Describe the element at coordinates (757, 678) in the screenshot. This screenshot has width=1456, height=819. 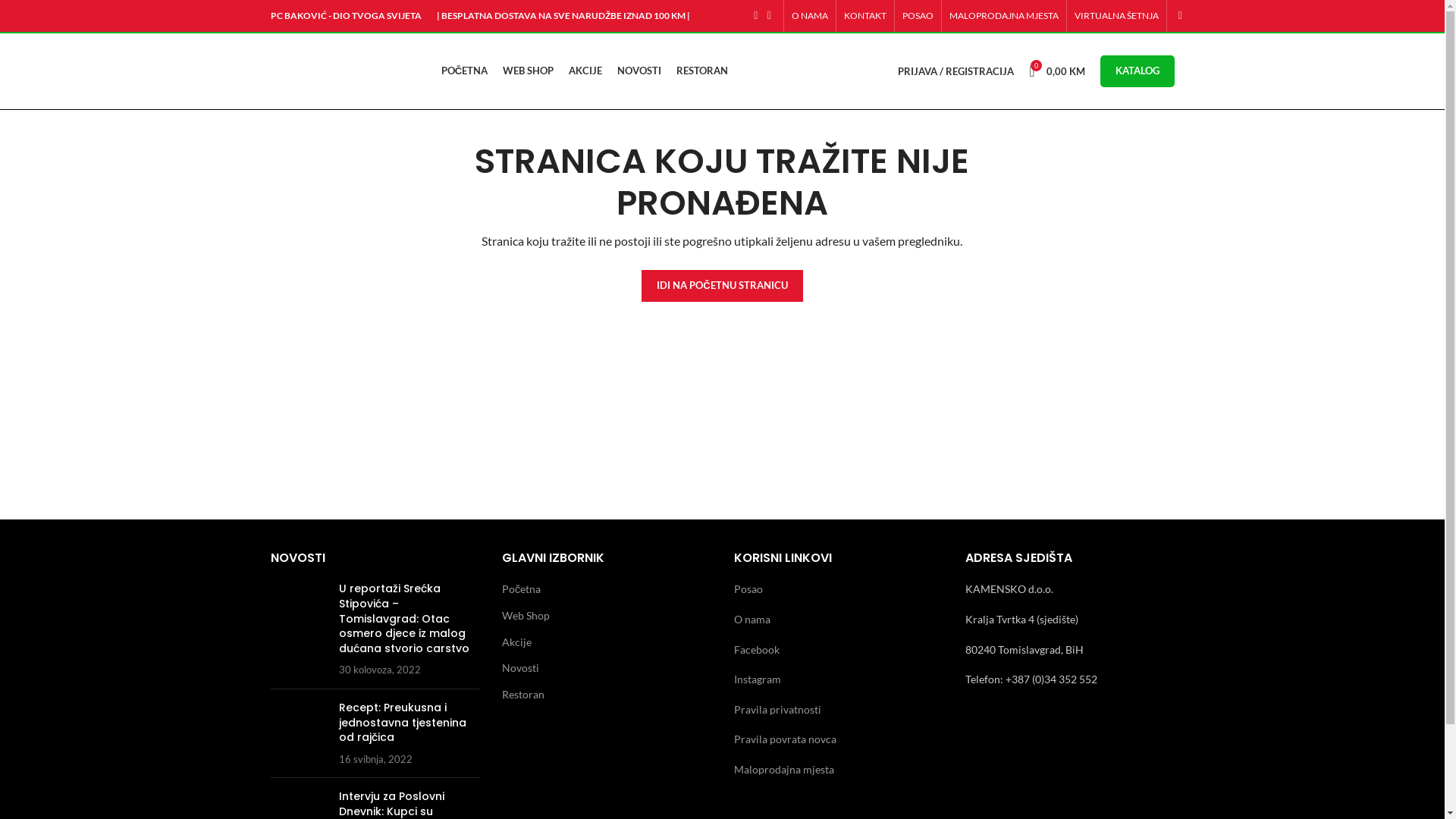
I see `'Instagram'` at that location.